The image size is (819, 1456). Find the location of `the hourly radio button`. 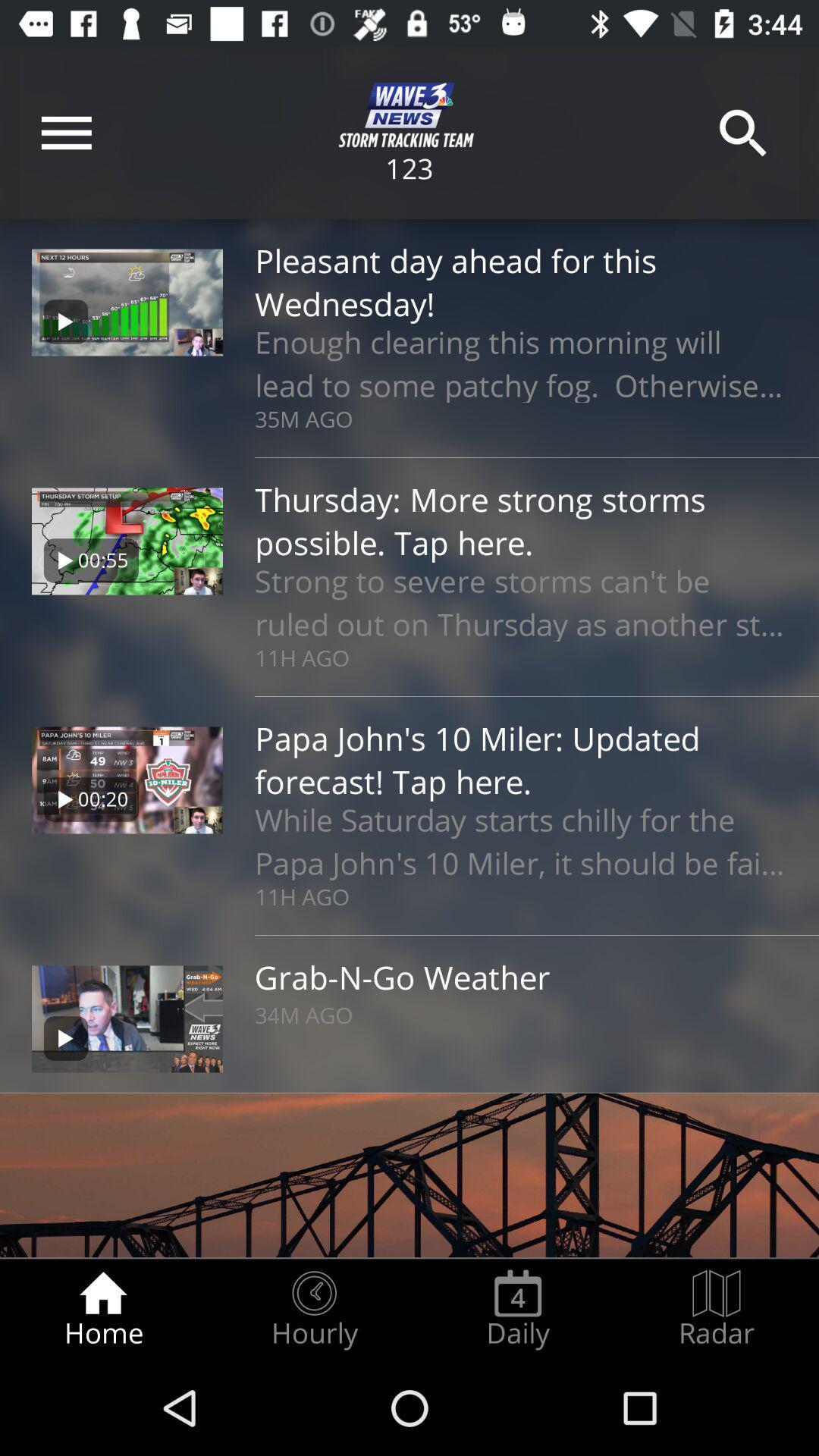

the hourly radio button is located at coordinates (313, 1309).